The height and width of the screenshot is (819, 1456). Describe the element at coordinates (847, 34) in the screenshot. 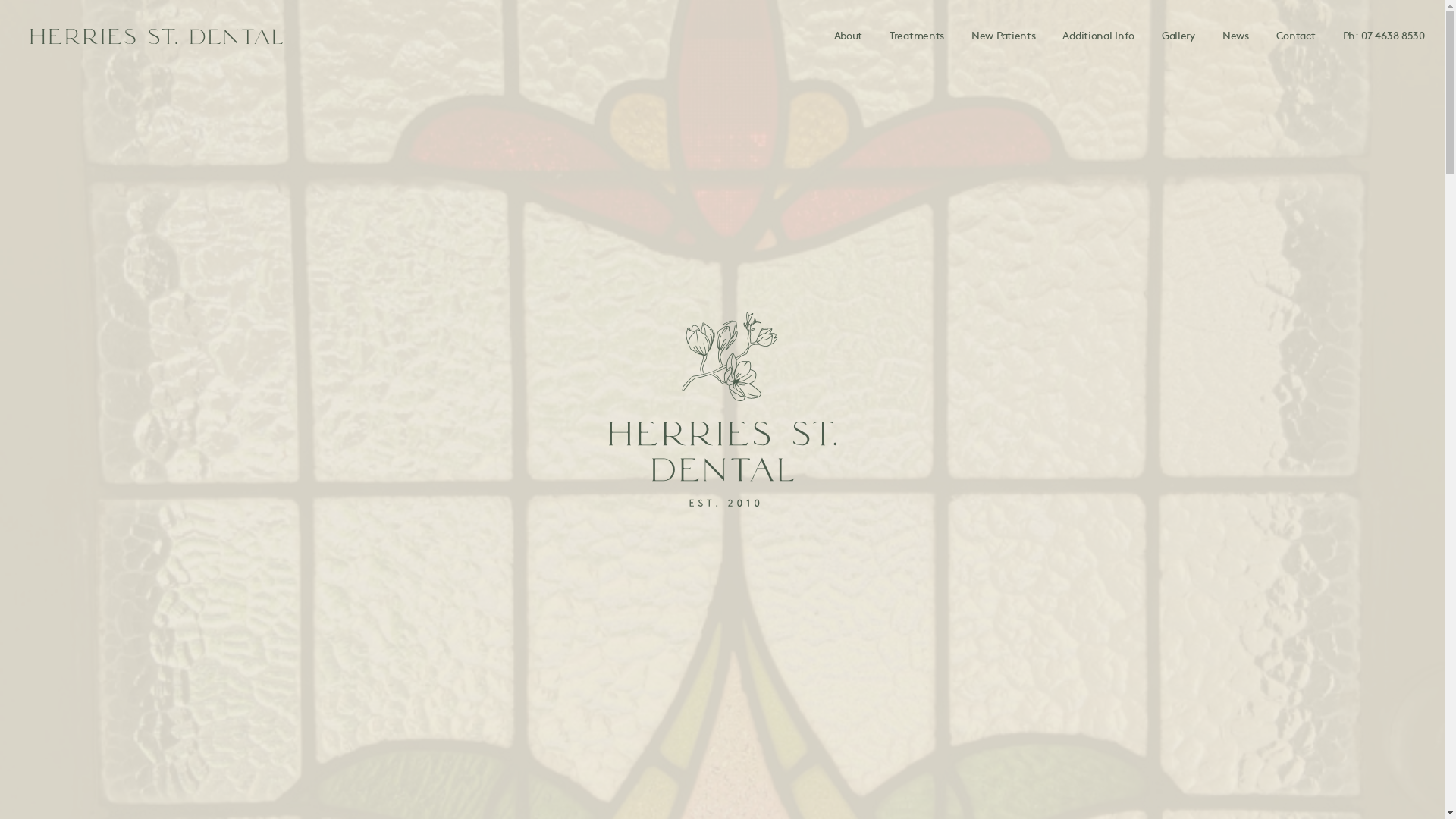

I see `'About'` at that location.